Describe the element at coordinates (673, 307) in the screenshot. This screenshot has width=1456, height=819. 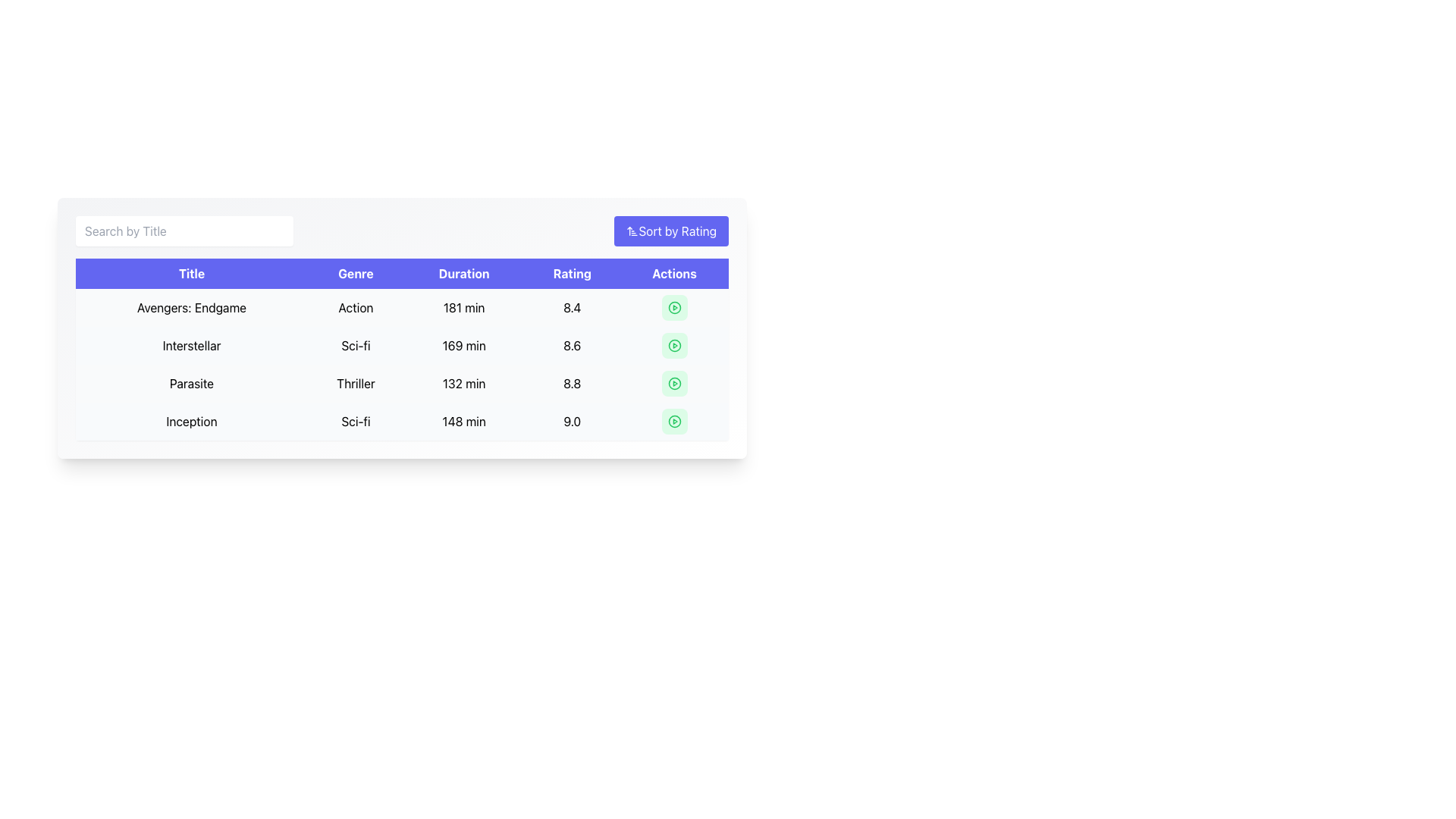
I see `the button in the 'Actions' column of the first row, which is styled with a green background and rounded corners, to initiate a video or audio action` at that location.